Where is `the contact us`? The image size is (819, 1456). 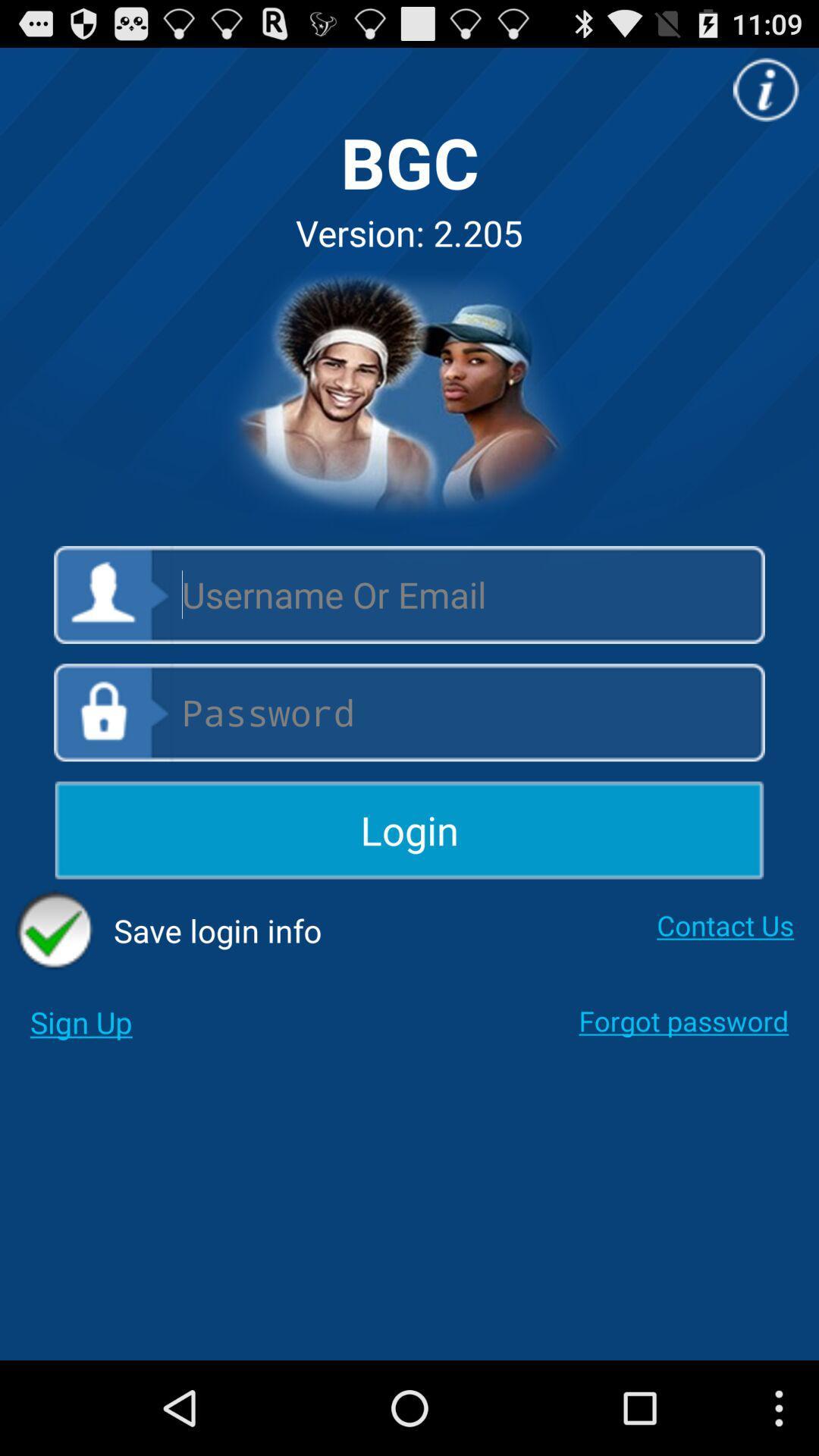 the contact us is located at coordinates (724, 924).